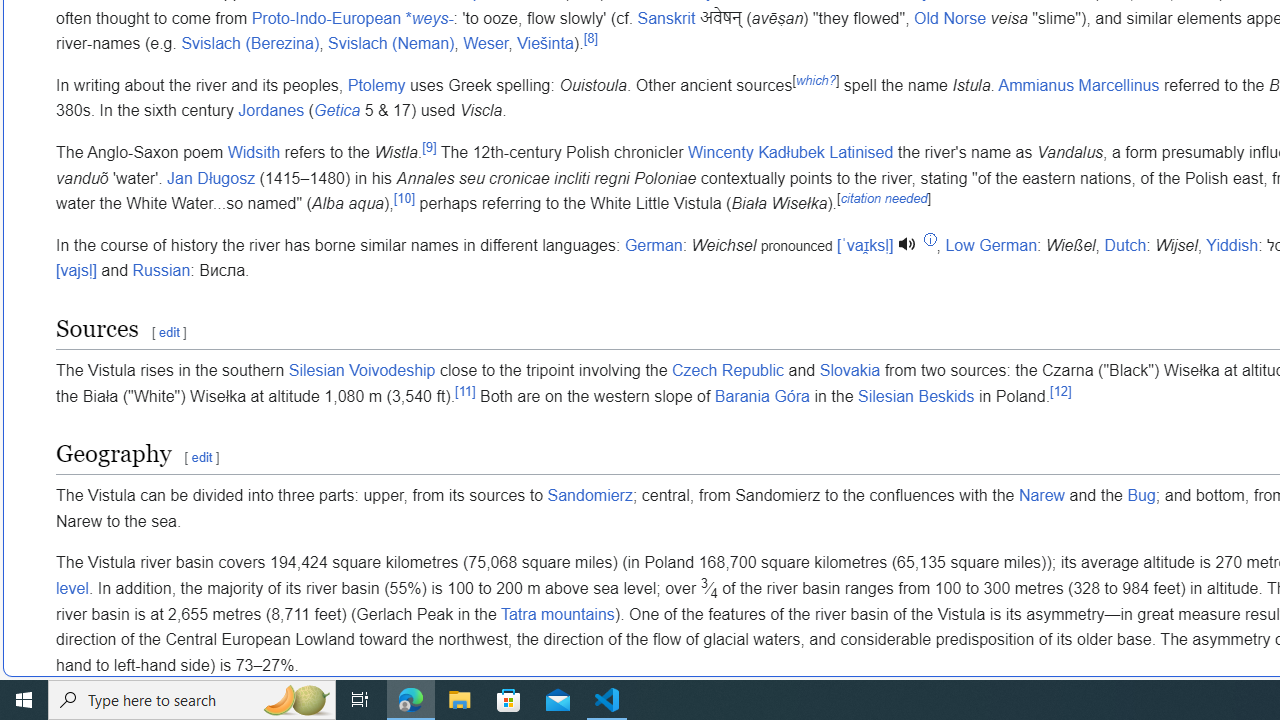 This screenshot has width=1280, height=720. What do you see at coordinates (464, 390) in the screenshot?
I see `'[11]'` at bounding box center [464, 390].